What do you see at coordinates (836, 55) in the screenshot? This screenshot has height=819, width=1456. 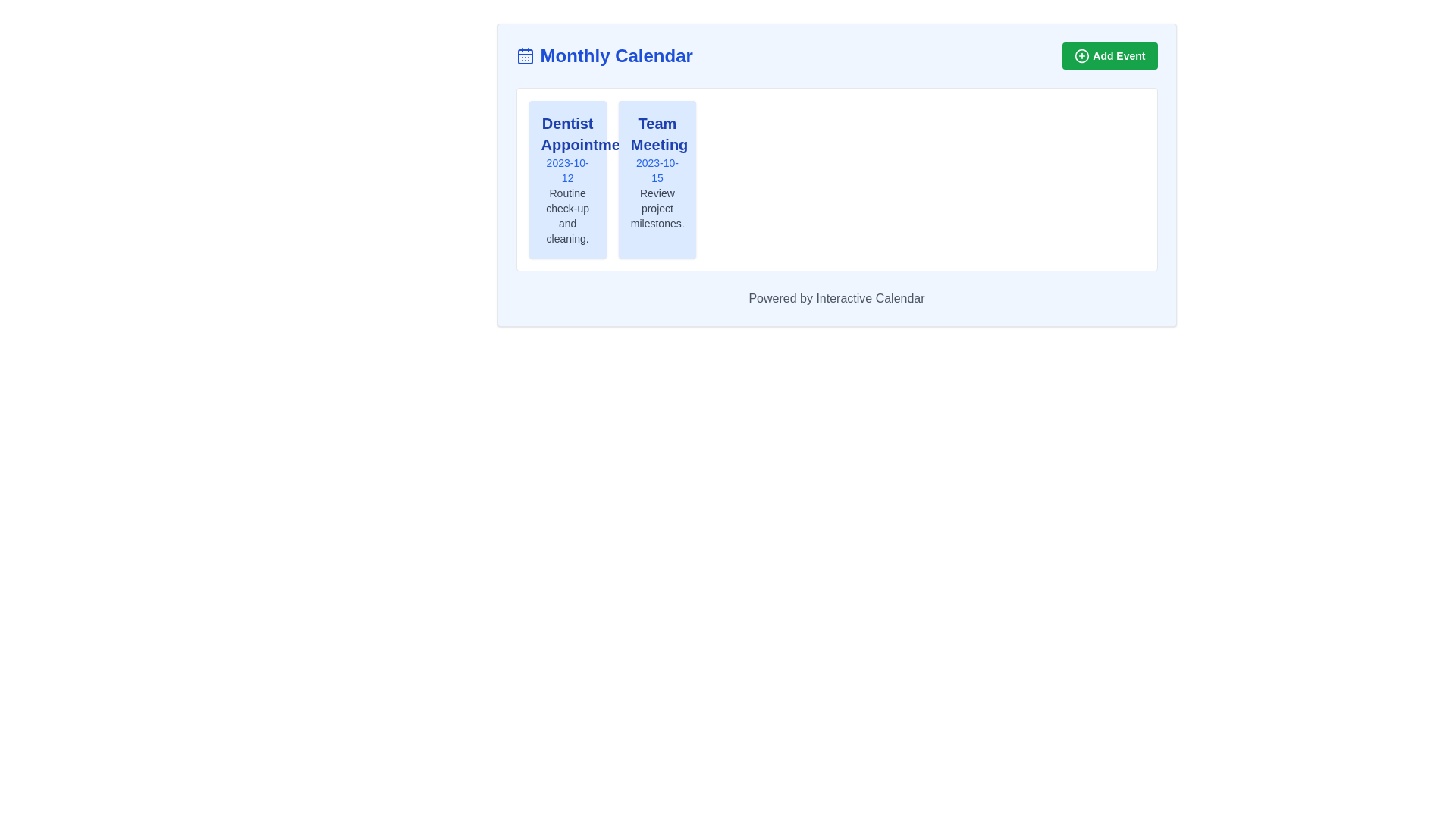 I see `the title of the Monthly Calendar section for more details` at bounding box center [836, 55].